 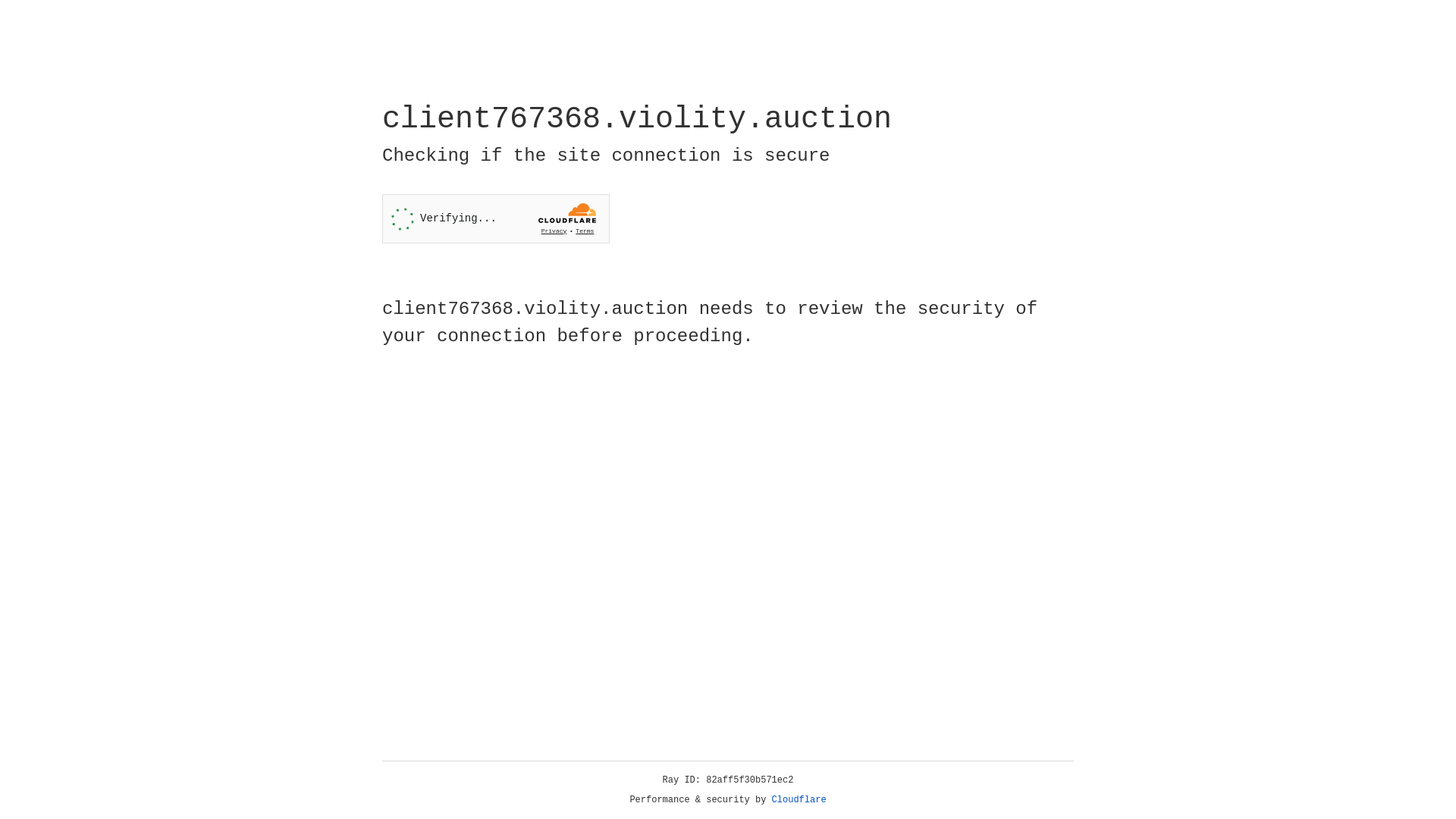 What do you see at coordinates (495, 218) in the screenshot?
I see `'Widget containing a Cloudflare security challenge'` at bounding box center [495, 218].